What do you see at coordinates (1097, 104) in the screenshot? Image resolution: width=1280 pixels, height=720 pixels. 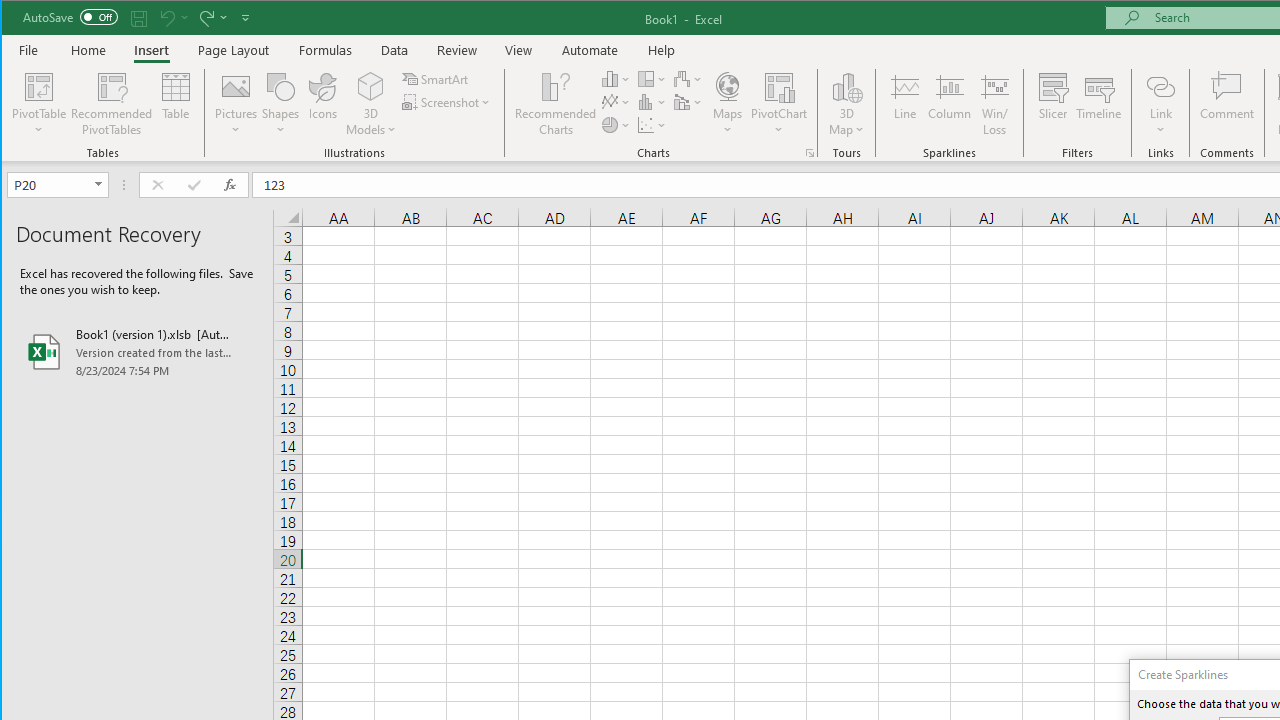 I see `'Timeline'` at bounding box center [1097, 104].